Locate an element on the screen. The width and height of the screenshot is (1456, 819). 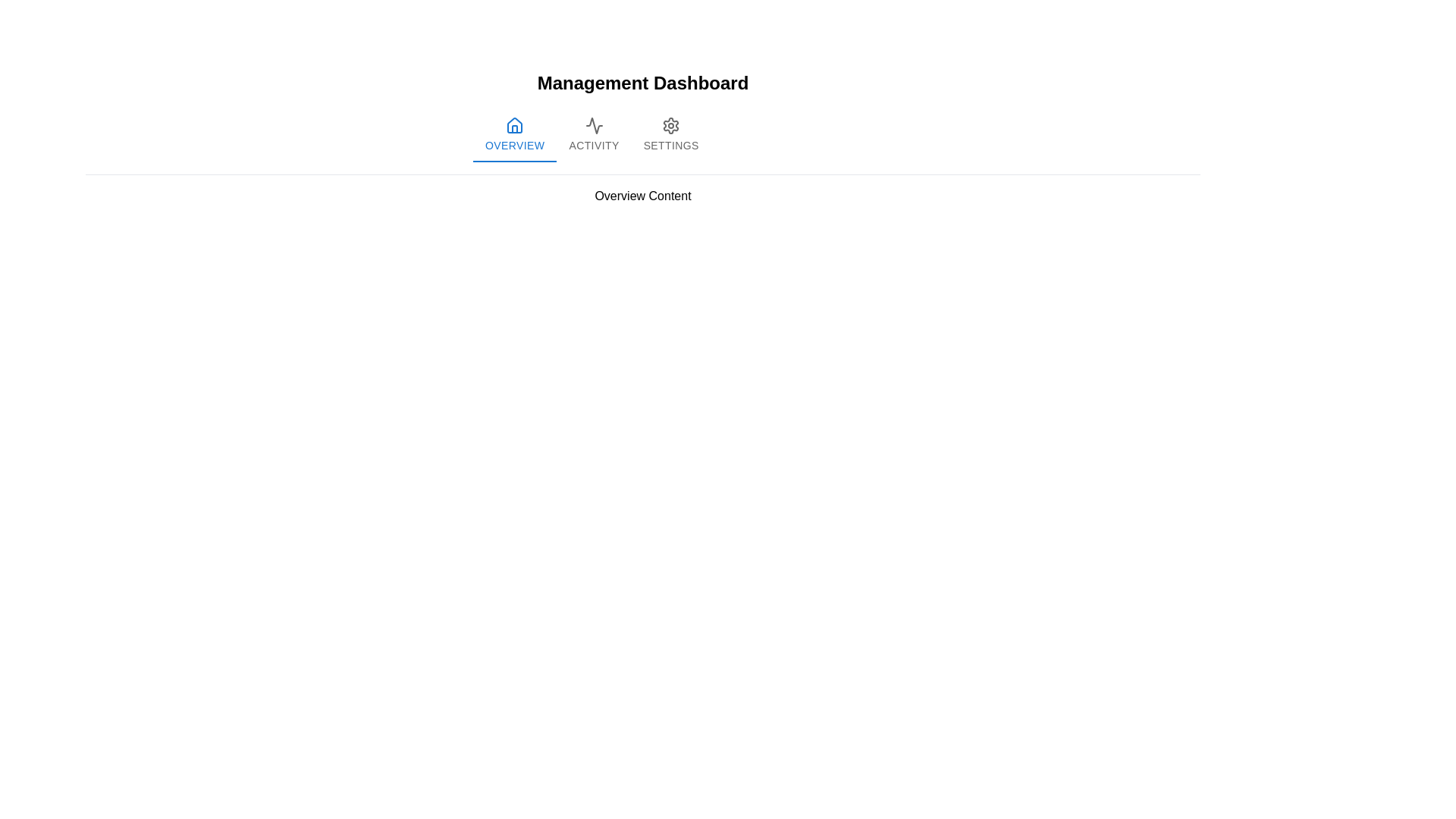
the 'Settings' button, which is the third tab in a horizontal list of tabs is located at coordinates (670, 133).